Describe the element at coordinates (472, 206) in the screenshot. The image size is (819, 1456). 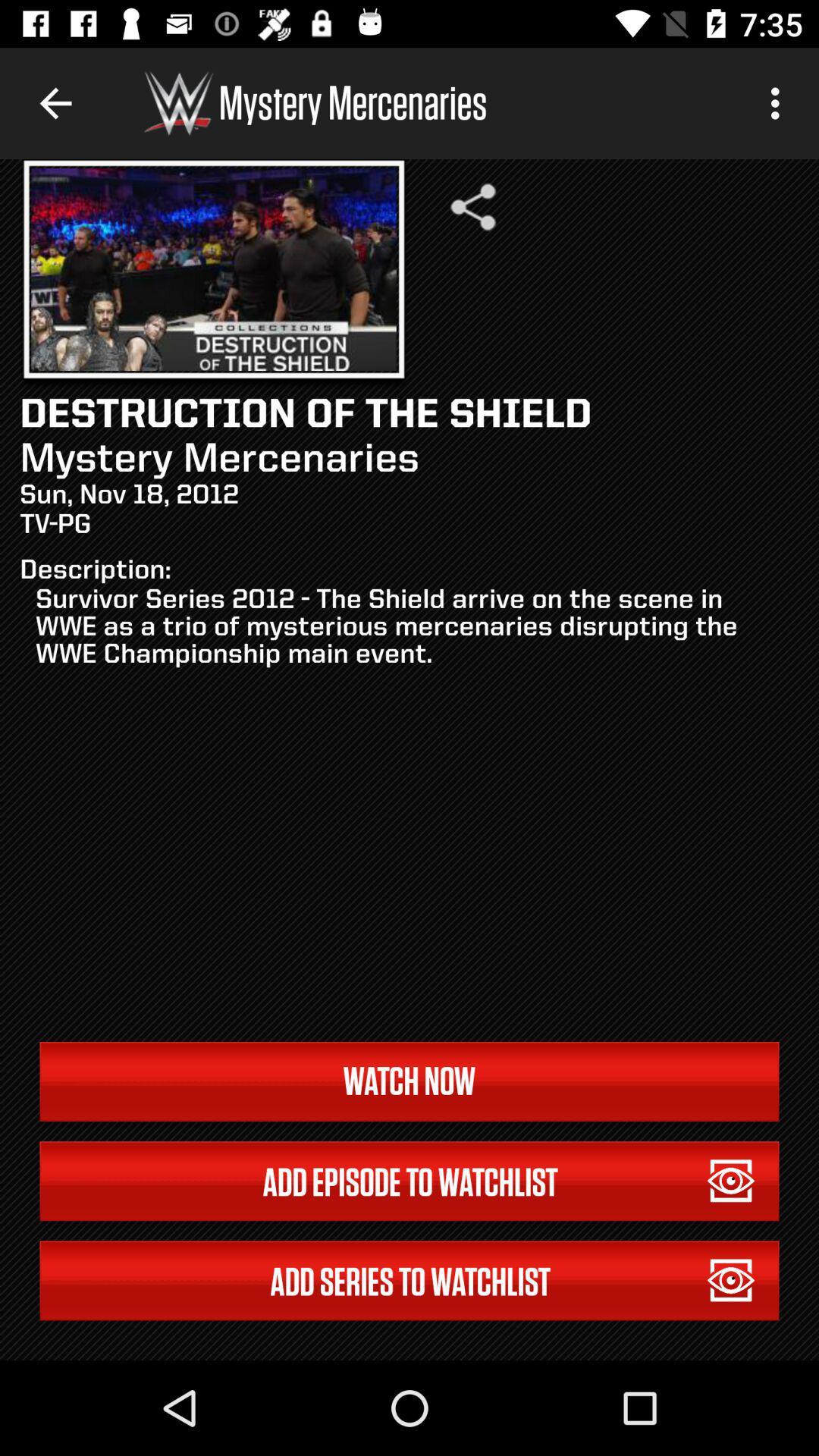
I see `the share icon` at that location.